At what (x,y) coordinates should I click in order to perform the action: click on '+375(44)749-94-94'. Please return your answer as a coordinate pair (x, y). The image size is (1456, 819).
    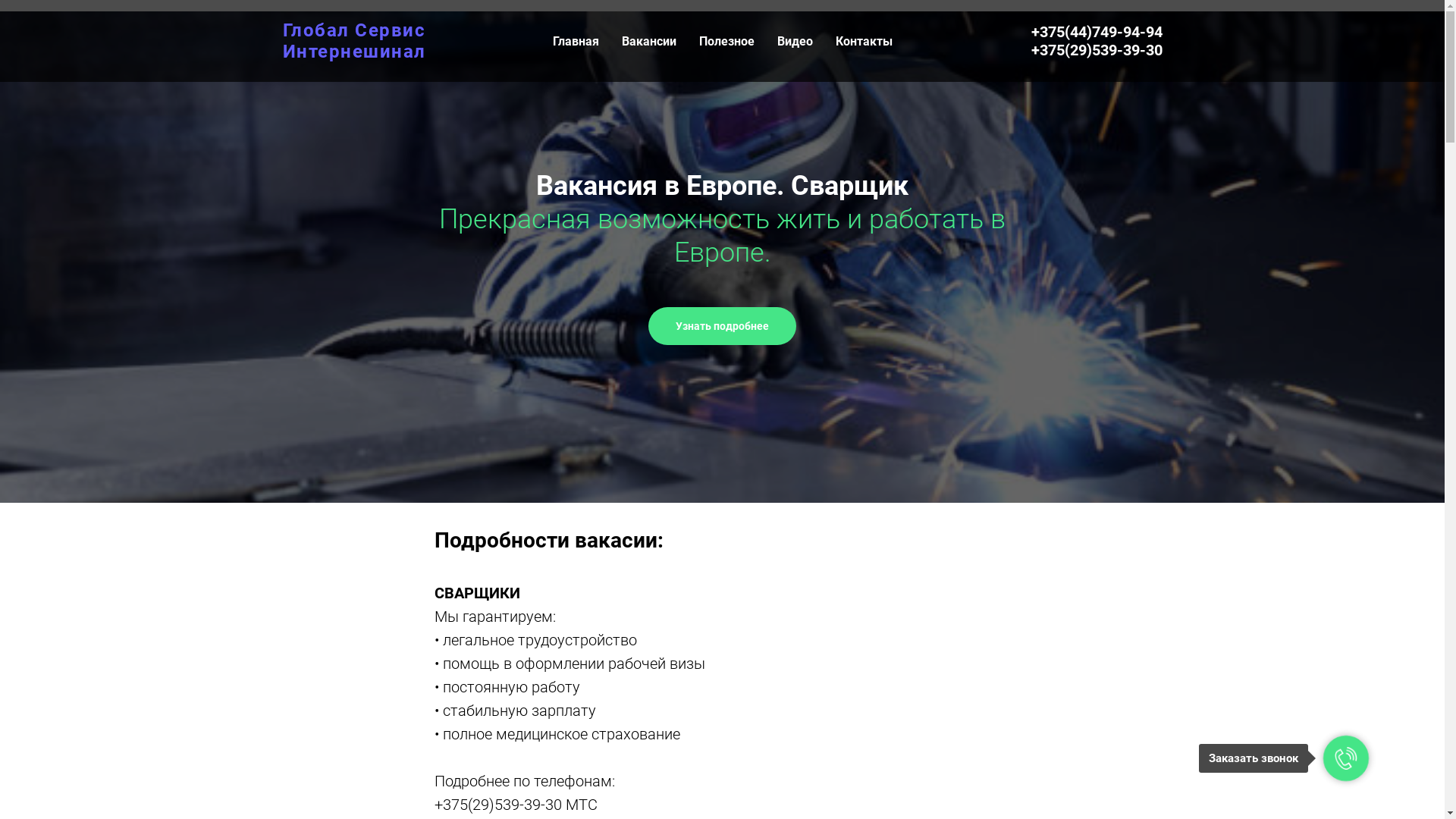
    Looking at the image, I should click on (1097, 32).